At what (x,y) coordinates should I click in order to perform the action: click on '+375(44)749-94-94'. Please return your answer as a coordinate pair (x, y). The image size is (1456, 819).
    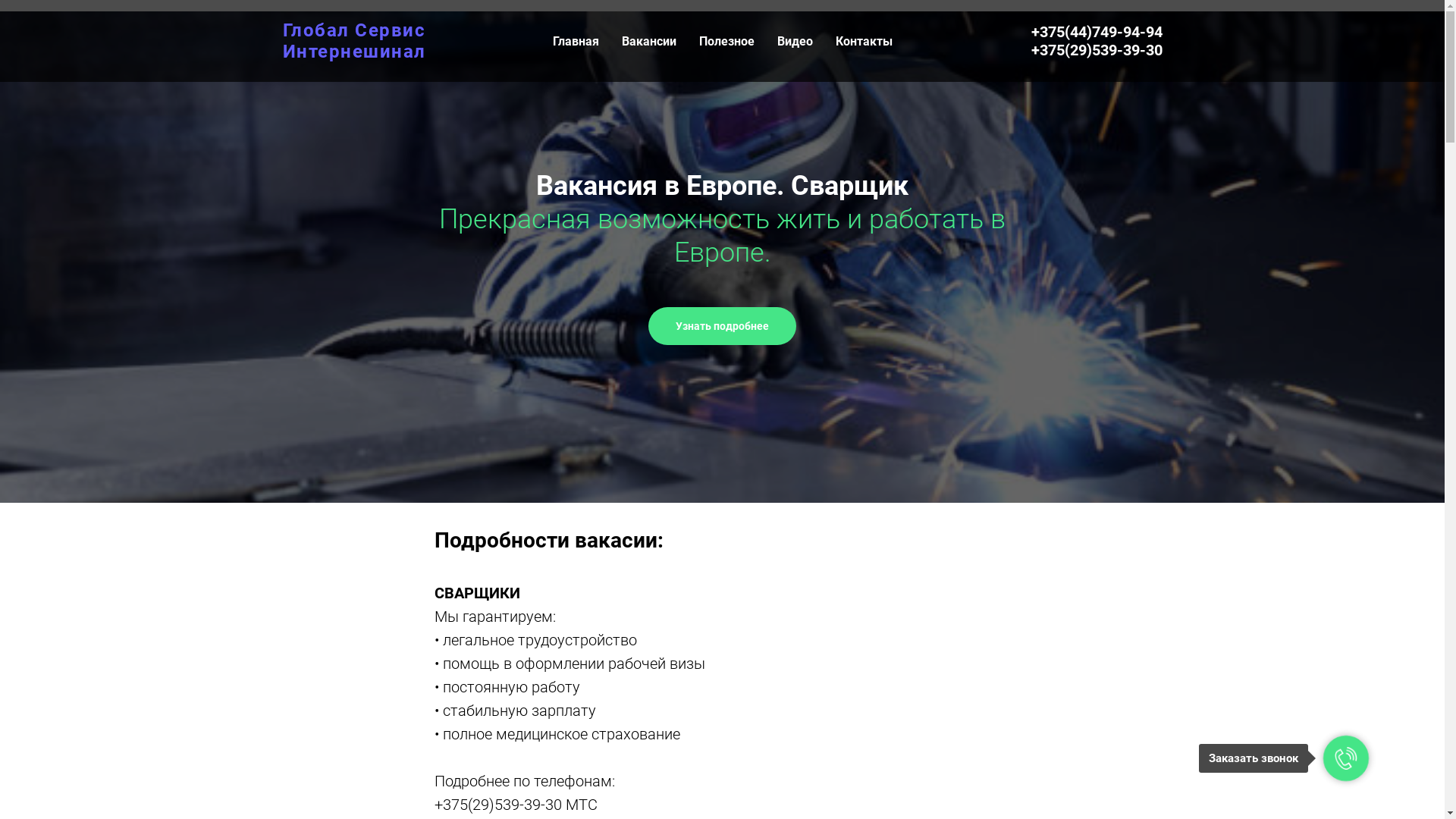
    Looking at the image, I should click on (1097, 32).